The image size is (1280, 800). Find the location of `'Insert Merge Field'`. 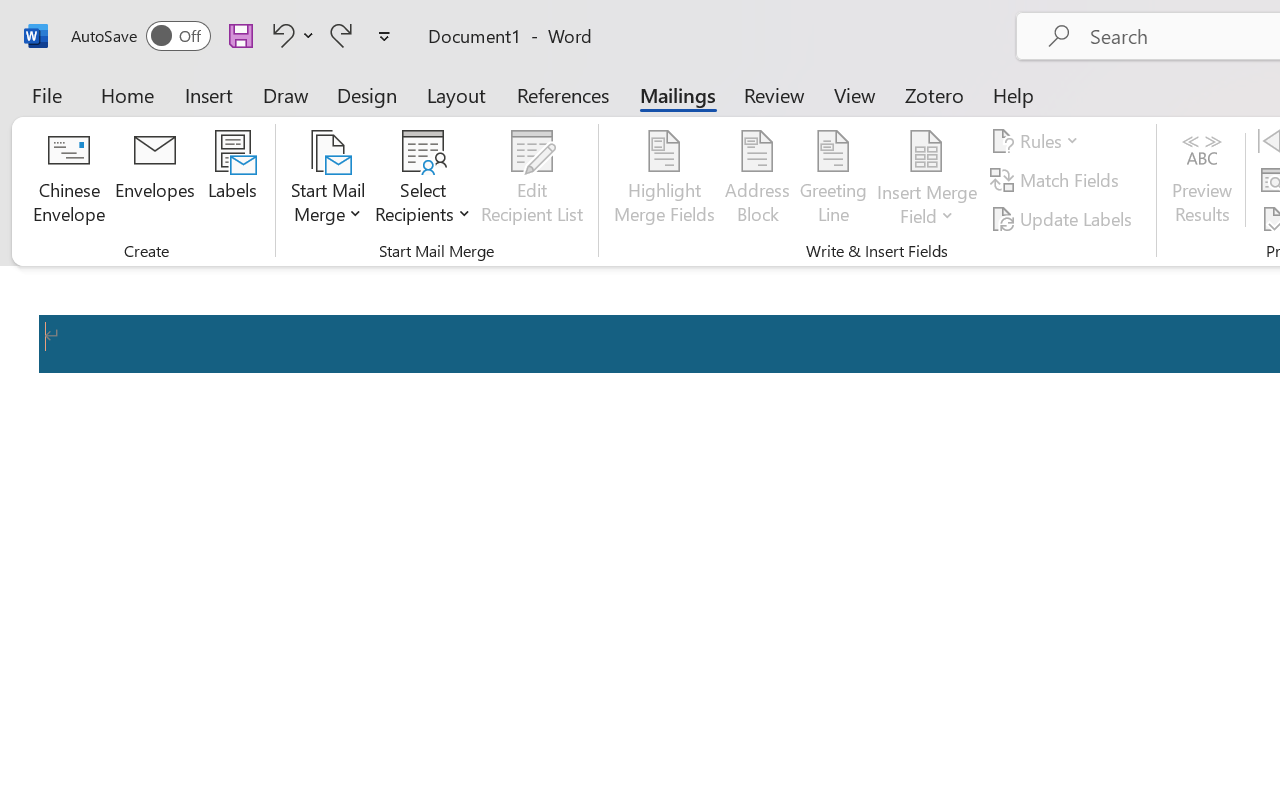

'Insert Merge Field' is located at coordinates (926, 179).